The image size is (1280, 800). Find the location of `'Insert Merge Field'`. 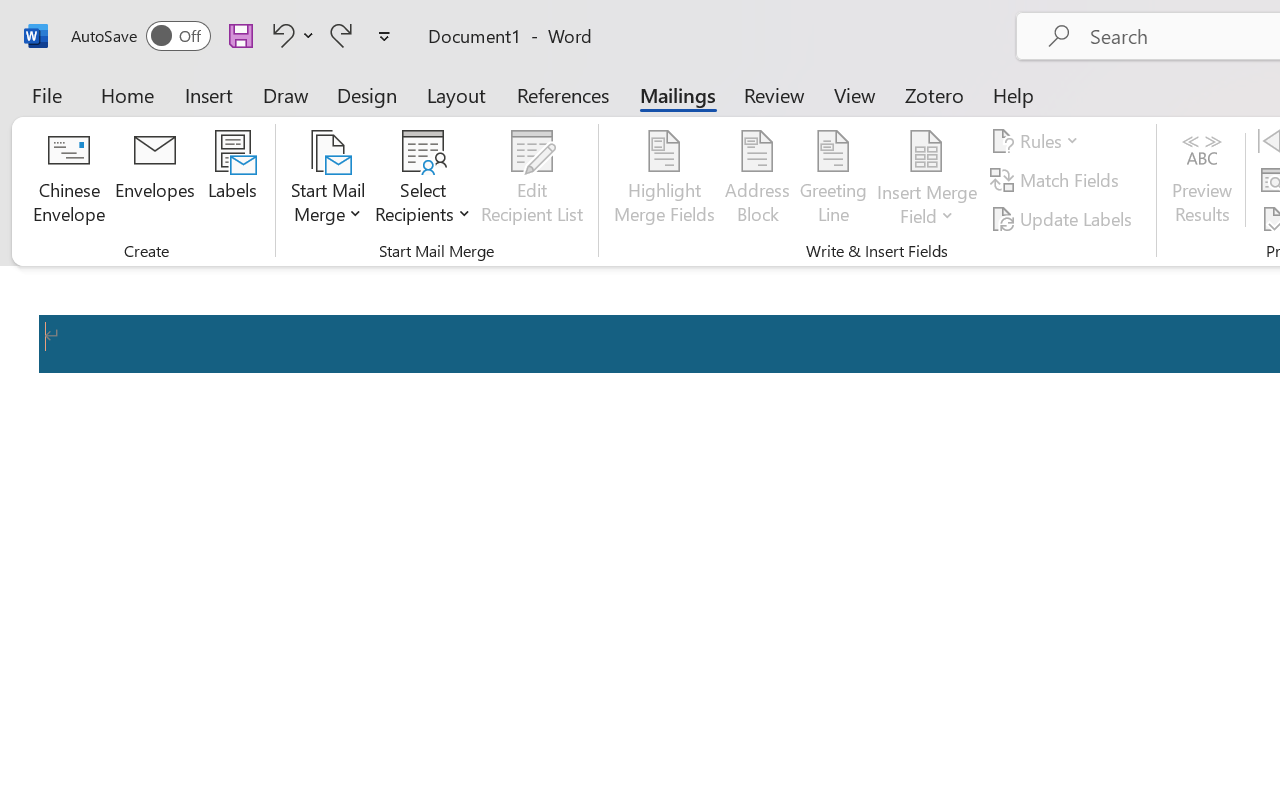

'Insert Merge Field' is located at coordinates (926, 179).